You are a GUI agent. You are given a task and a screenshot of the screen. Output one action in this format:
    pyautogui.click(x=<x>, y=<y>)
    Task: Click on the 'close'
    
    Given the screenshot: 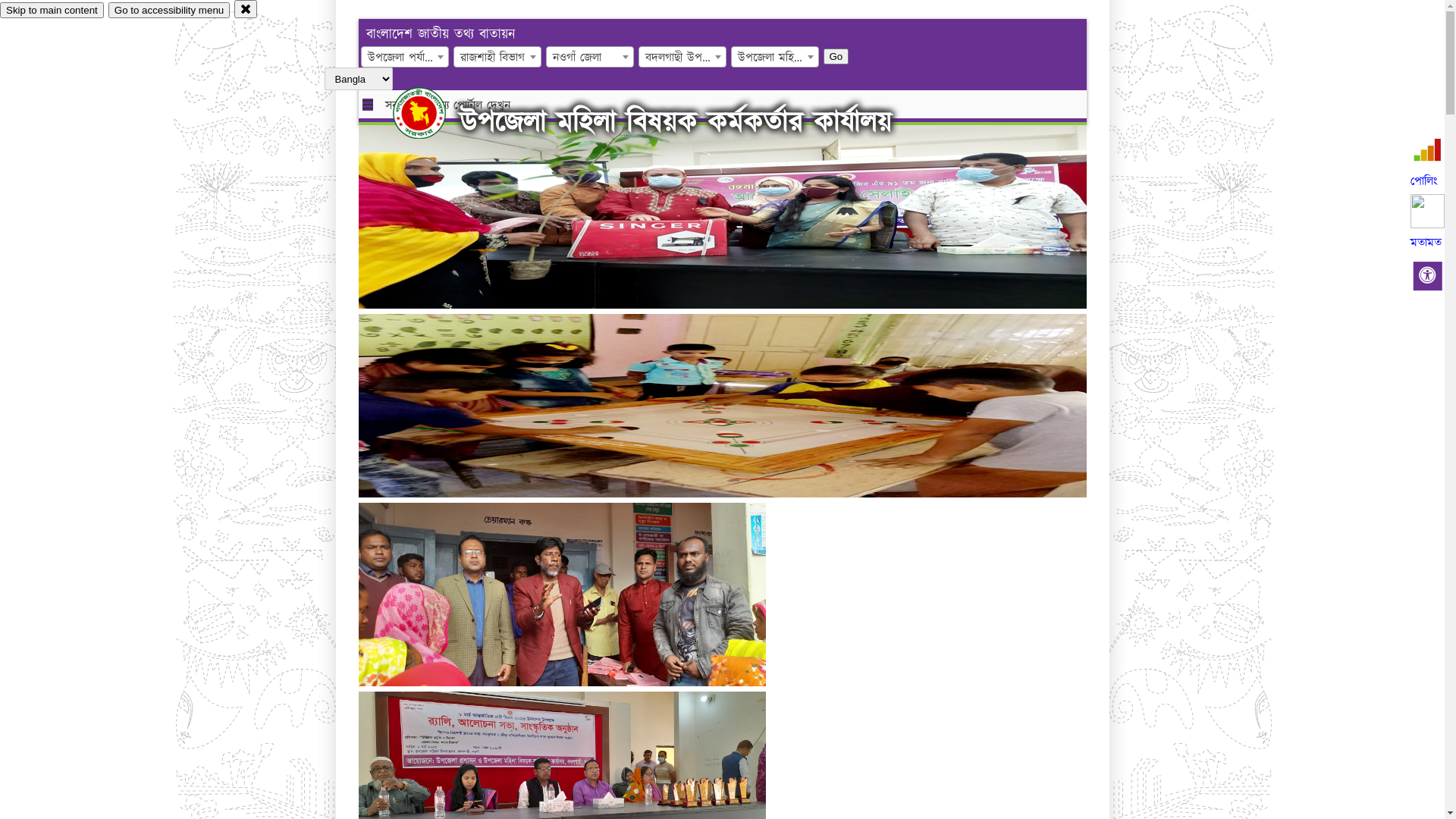 What is the action you would take?
    pyautogui.click(x=233, y=8)
    